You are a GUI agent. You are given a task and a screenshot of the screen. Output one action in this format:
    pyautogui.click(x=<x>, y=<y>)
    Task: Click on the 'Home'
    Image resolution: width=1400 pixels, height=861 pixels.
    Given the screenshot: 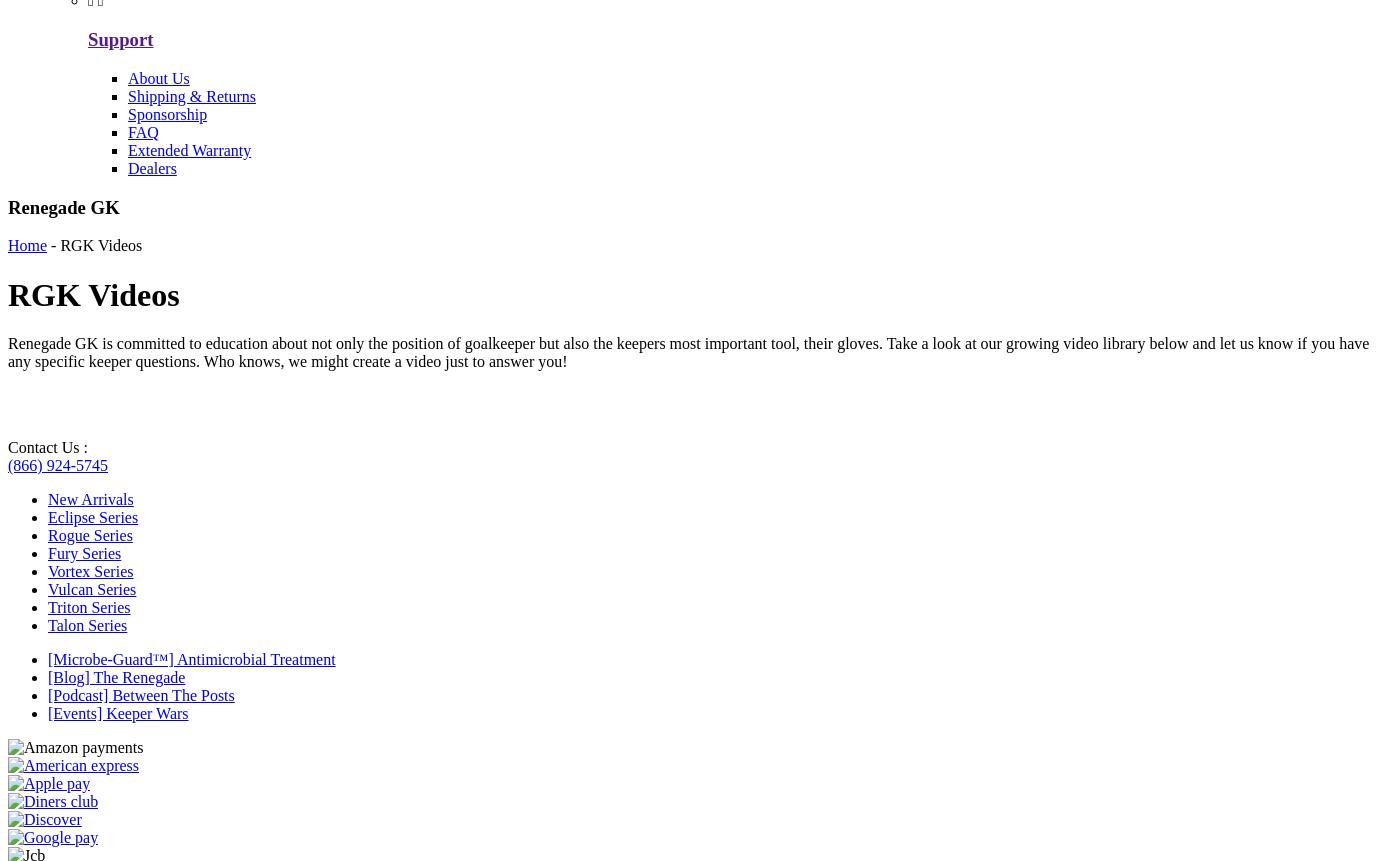 What is the action you would take?
    pyautogui.click(x=27, y=244)
    